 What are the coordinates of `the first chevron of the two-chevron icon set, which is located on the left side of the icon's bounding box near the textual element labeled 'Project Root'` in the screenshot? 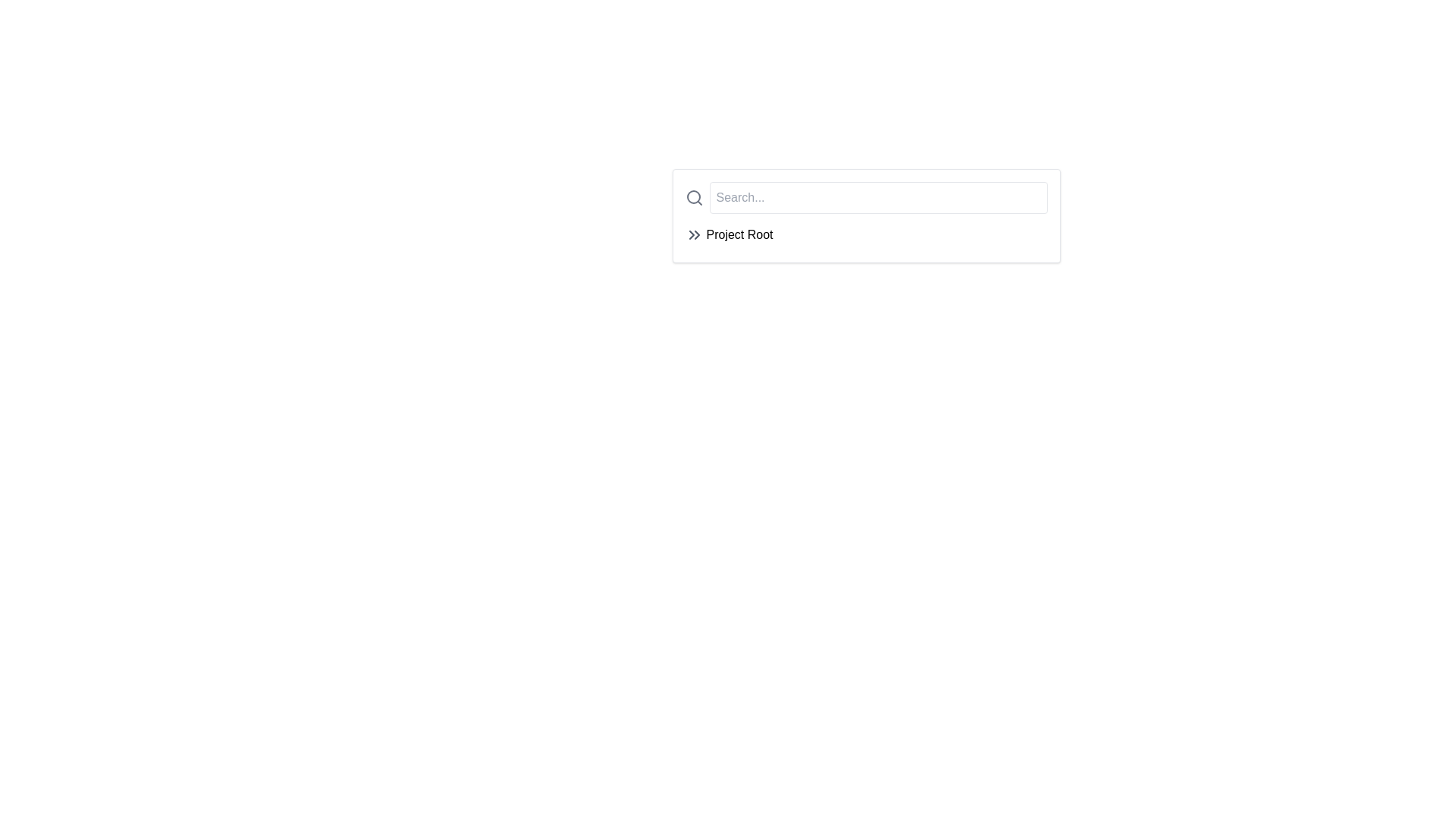 It's located at (691, 234).